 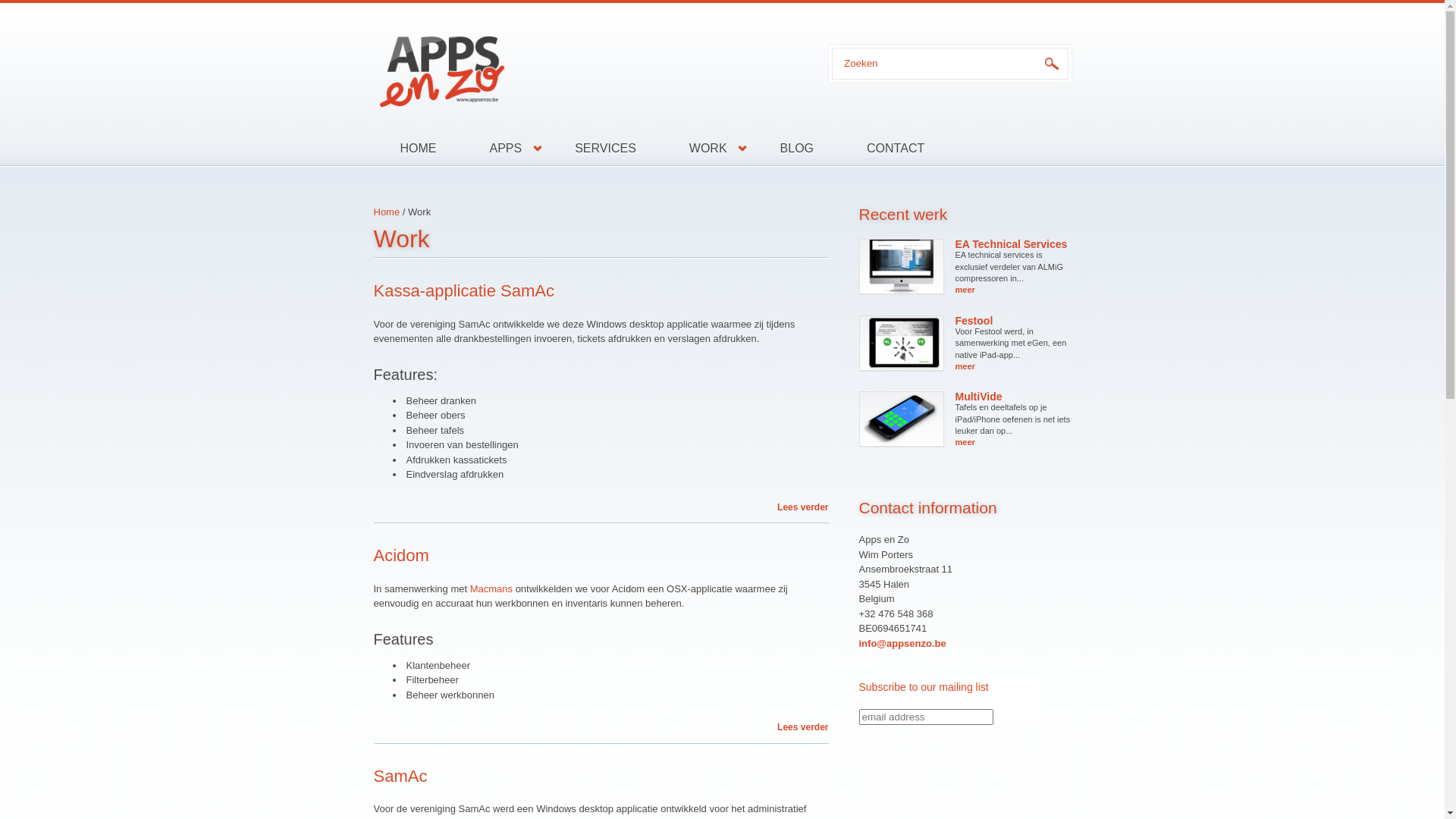 I want to click on 'Lees verder, so click(x=802, y=726).